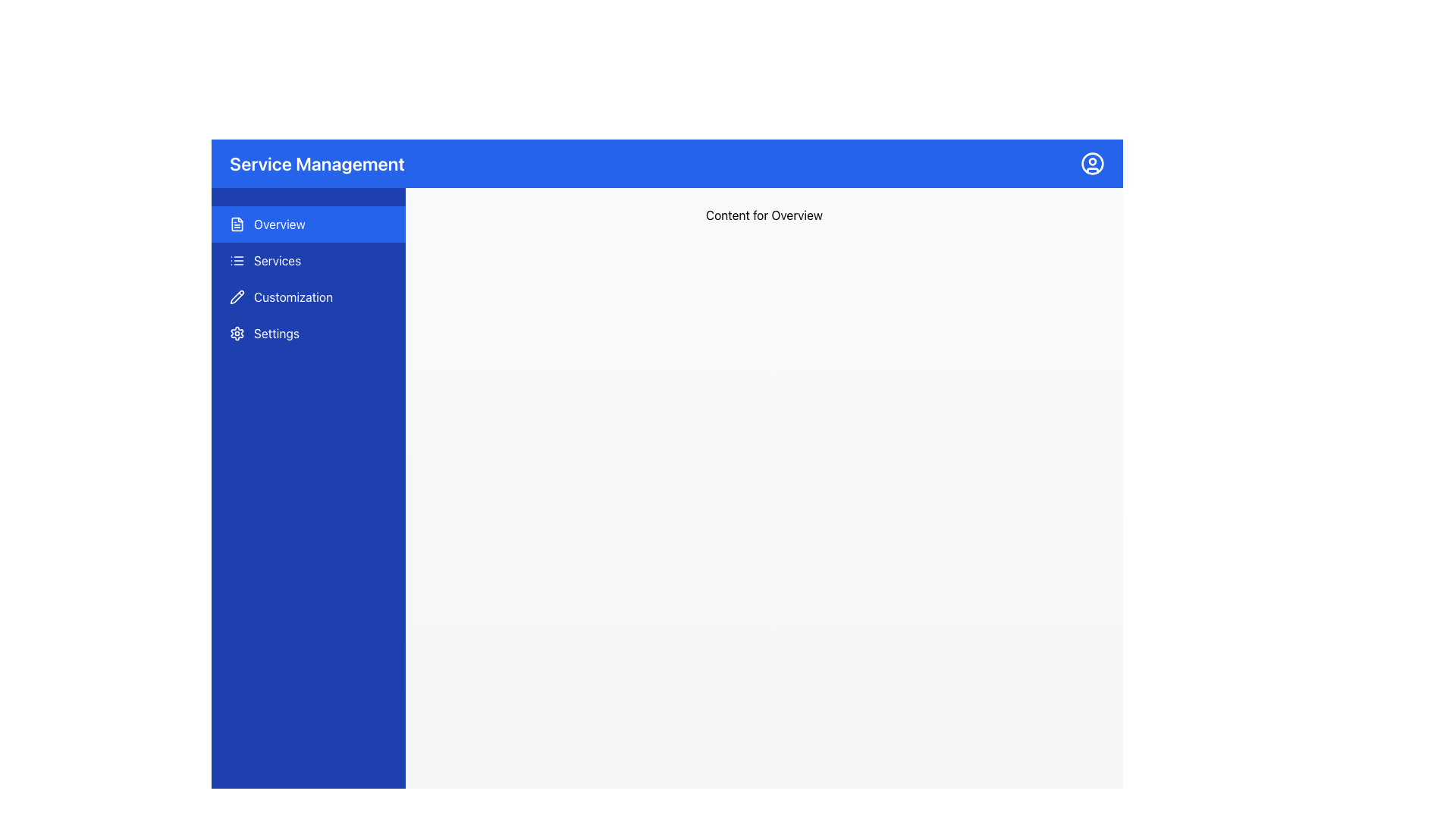 The width and height of the screenshot is (1456, 819). I want to click on the document file icon with a blue background labeled 'Overview' in the navigation menu to trigger animations or effects, so click(236, 224).